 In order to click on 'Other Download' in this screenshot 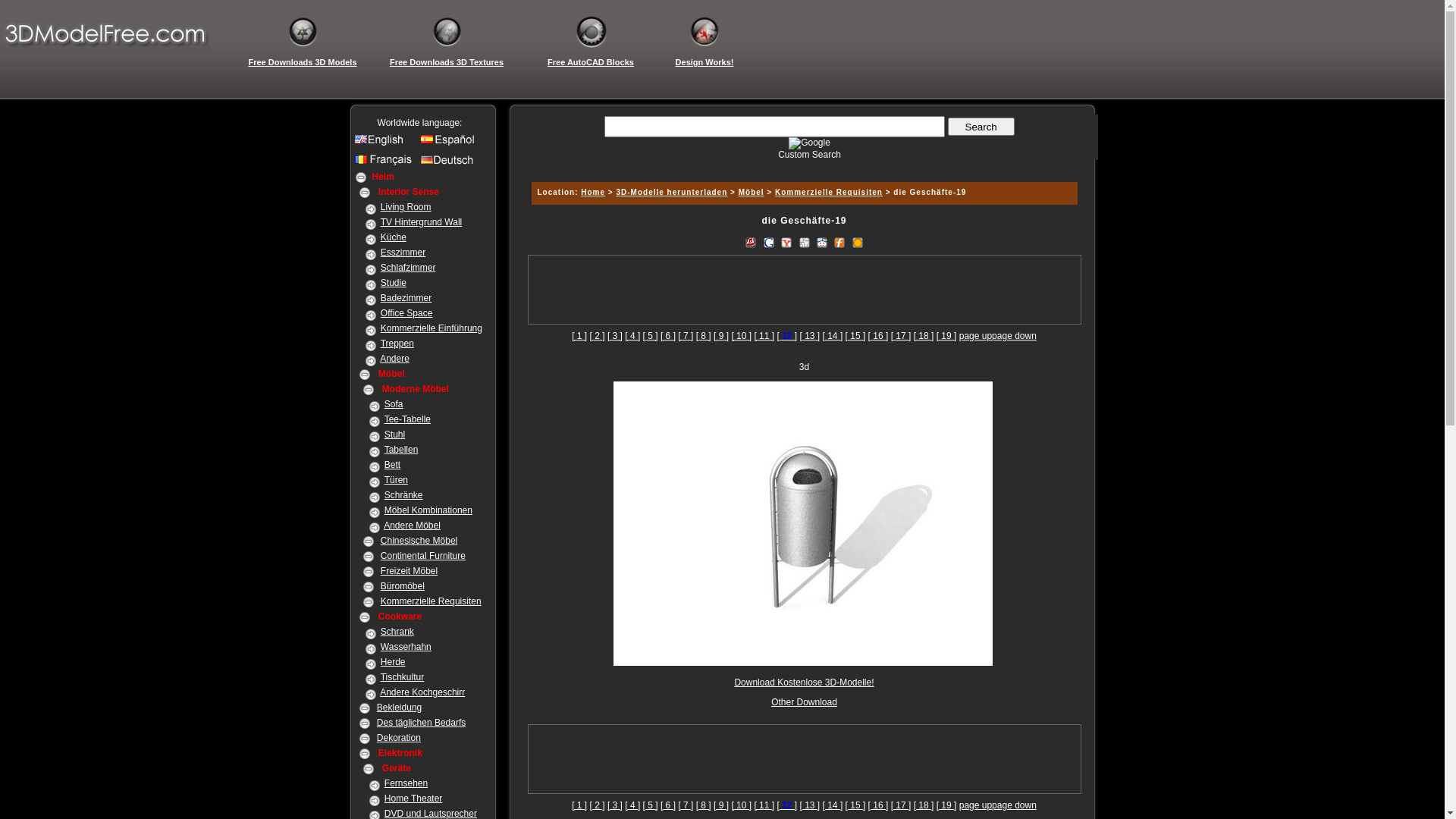, I will do `click(771, 701)`.